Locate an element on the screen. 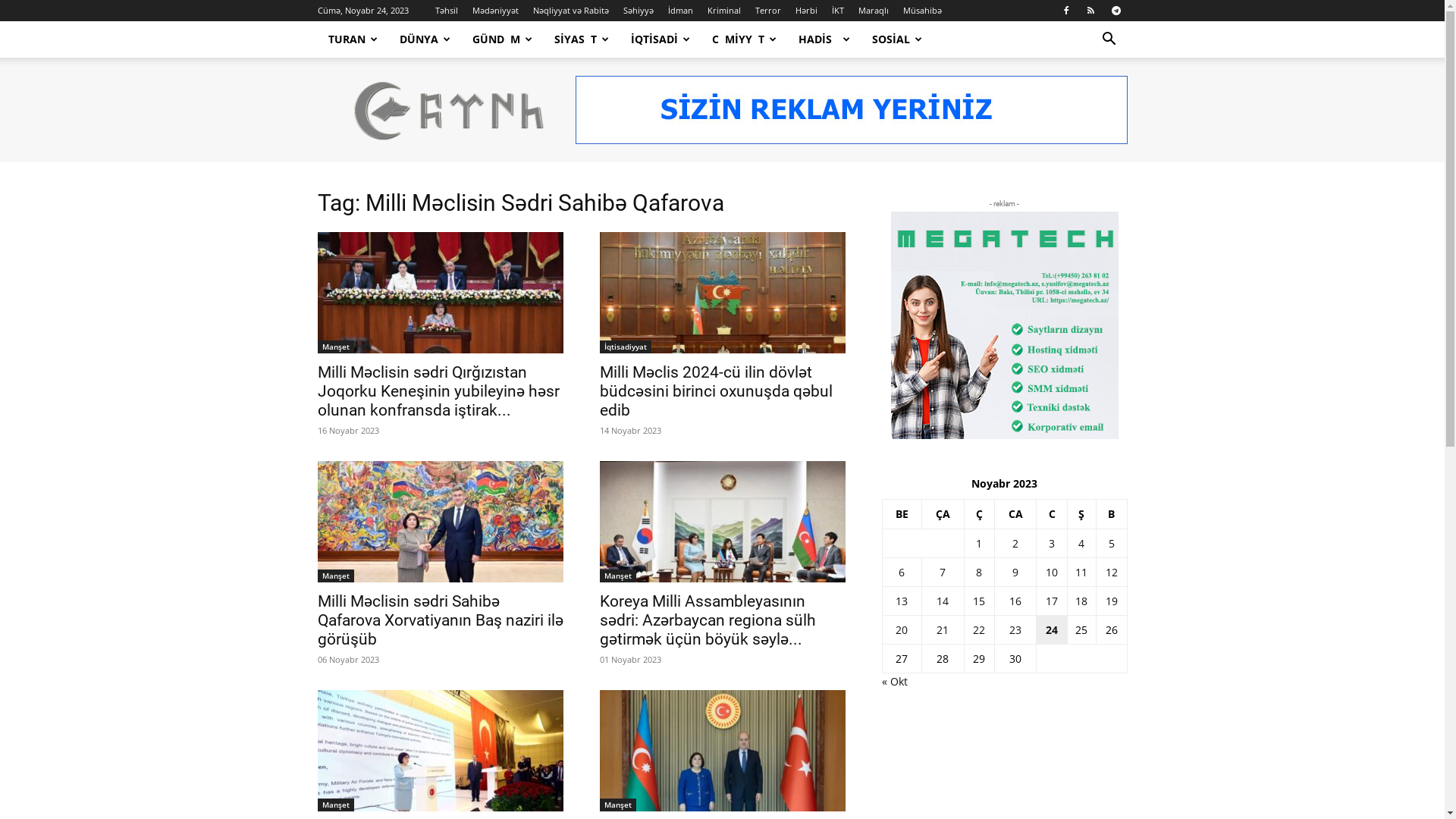 The height and width of the screenshot is (819, 1456). '10' is located at coordinates (1051, 572).